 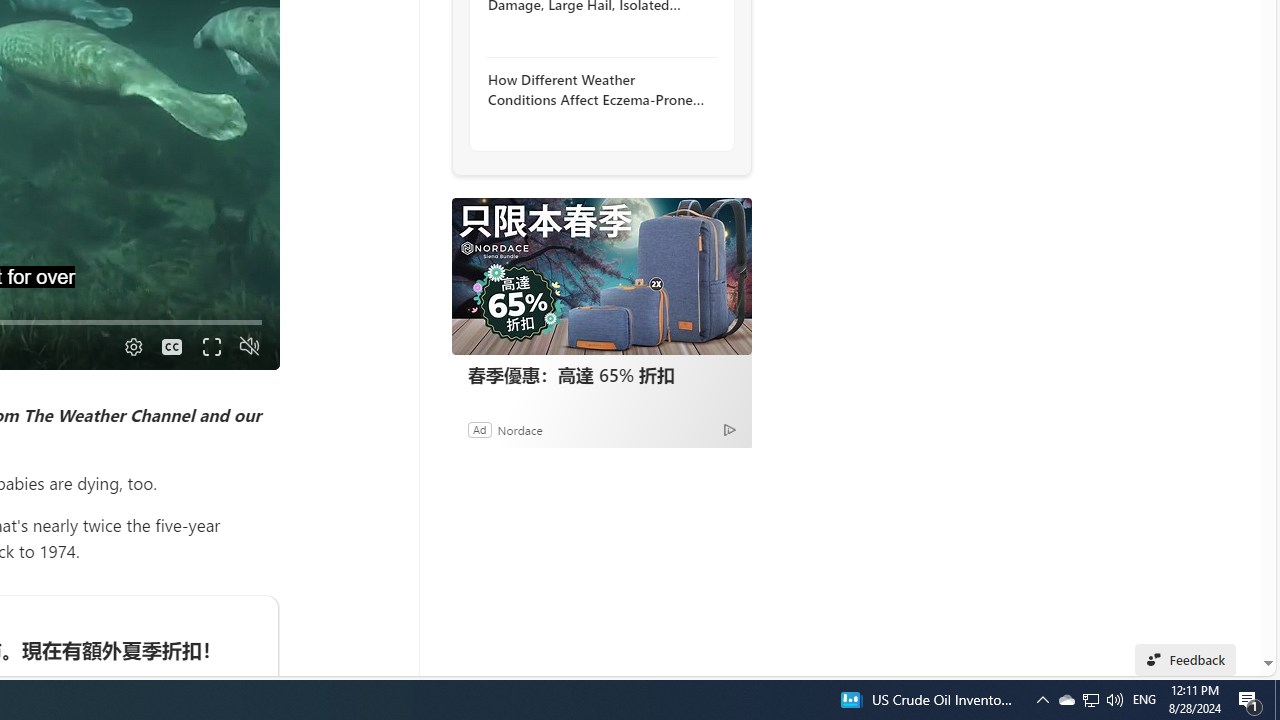 I want to click on 'Fullscreen', so click(x=211, y=346).